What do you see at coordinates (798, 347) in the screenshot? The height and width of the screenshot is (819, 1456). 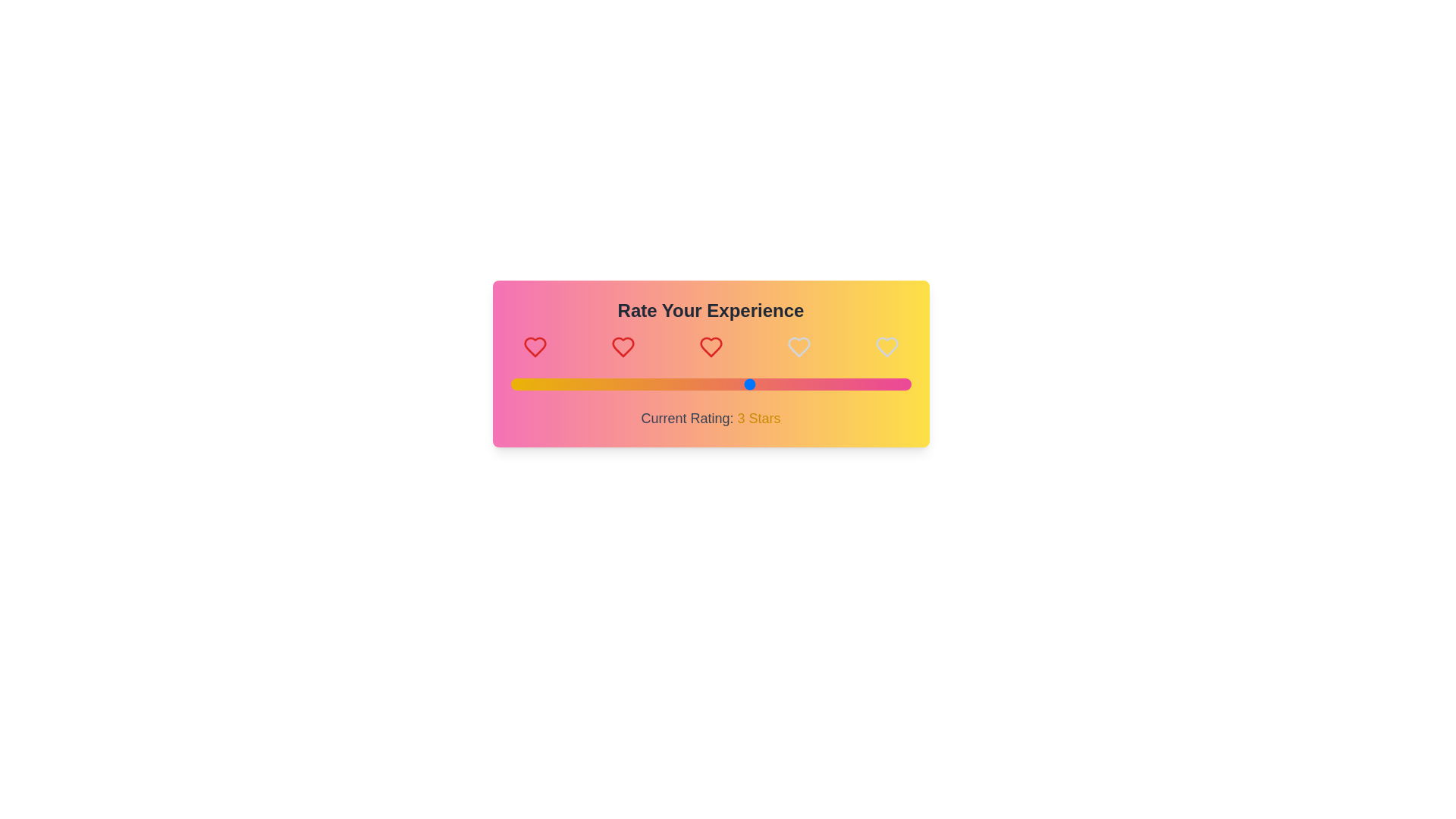 I see `the heart icon corresponding to the desired rating 4` at bounding box center [798, 347].